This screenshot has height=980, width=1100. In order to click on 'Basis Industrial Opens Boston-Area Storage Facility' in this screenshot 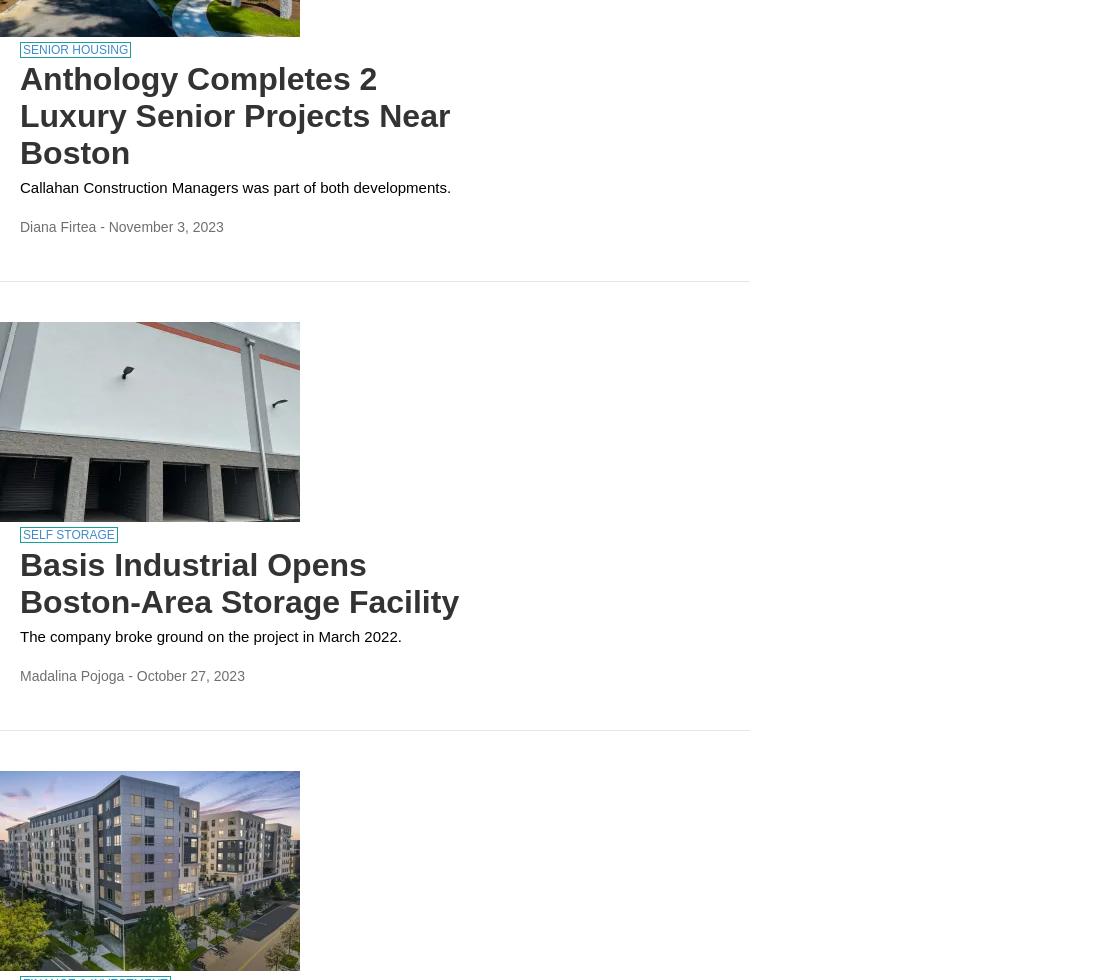, I will do `click(19, 583)`.